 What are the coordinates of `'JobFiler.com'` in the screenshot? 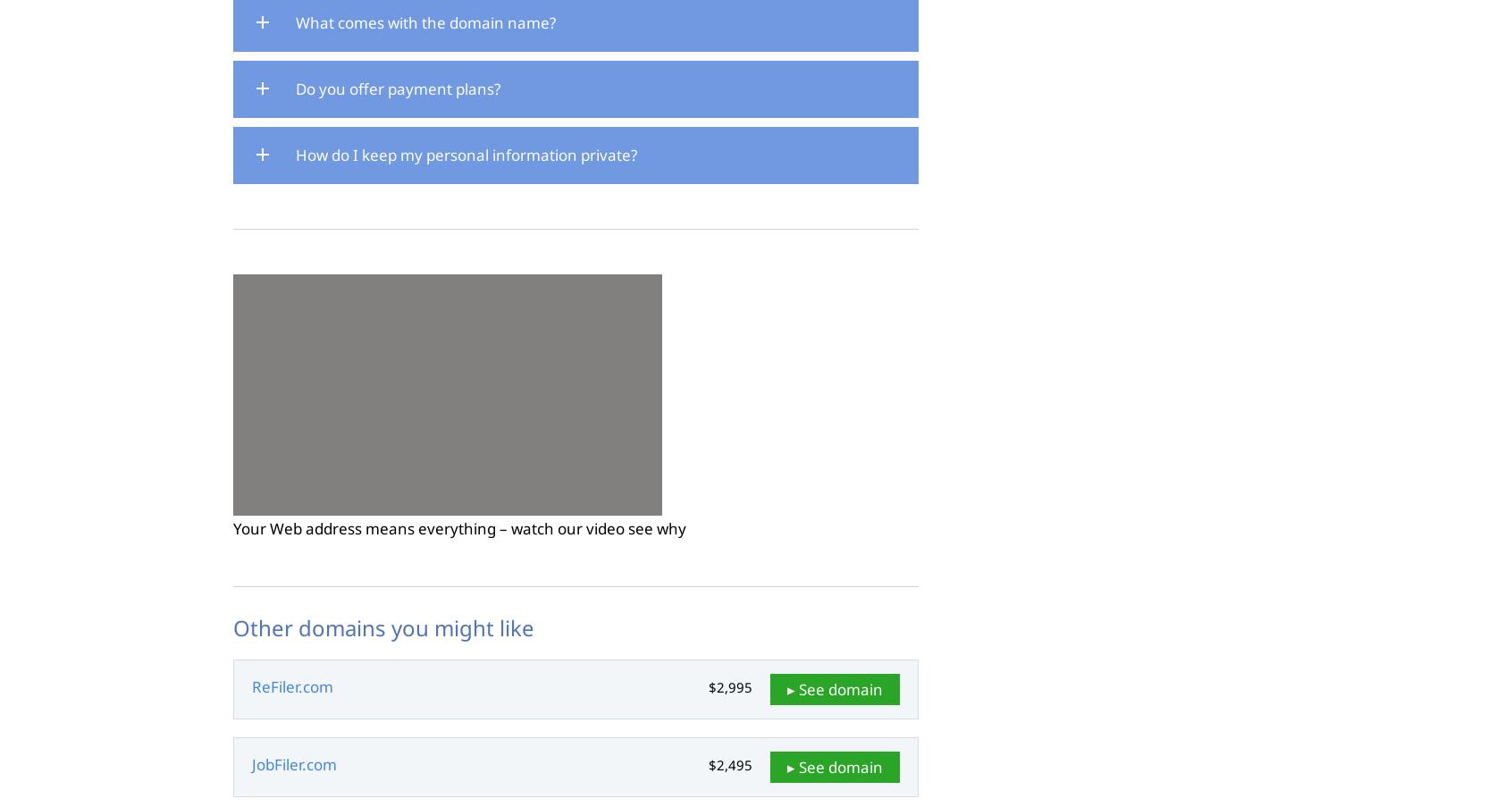 It's located at (293, 764).